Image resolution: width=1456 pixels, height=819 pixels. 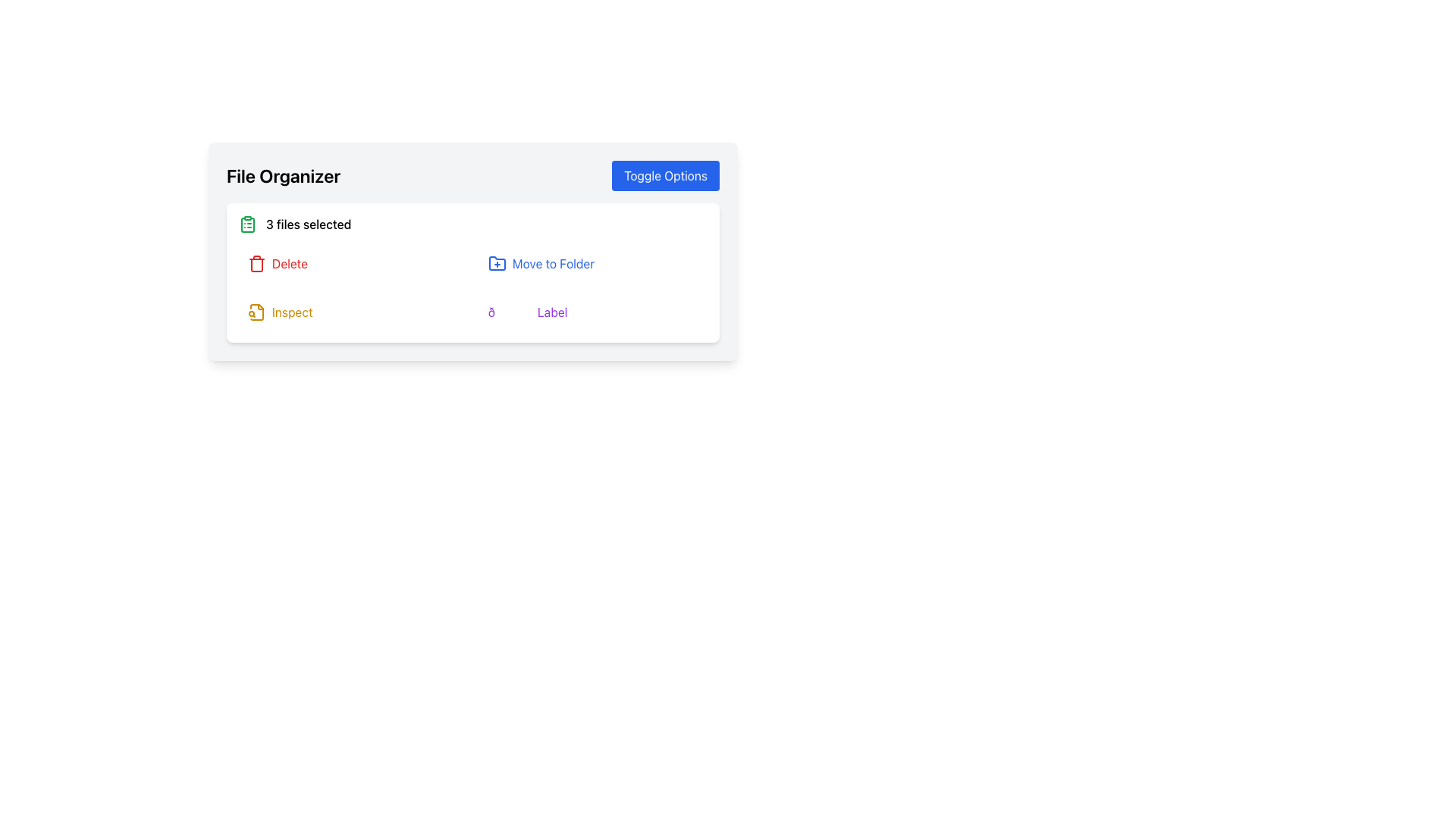 What do you see at coordinates (497, 262) in the screenshot?
I see `the 'Move to Folder' button which contains a blue folder icon with a plus sign, located in the center-left area of the button` at bounding box center [497, 262].